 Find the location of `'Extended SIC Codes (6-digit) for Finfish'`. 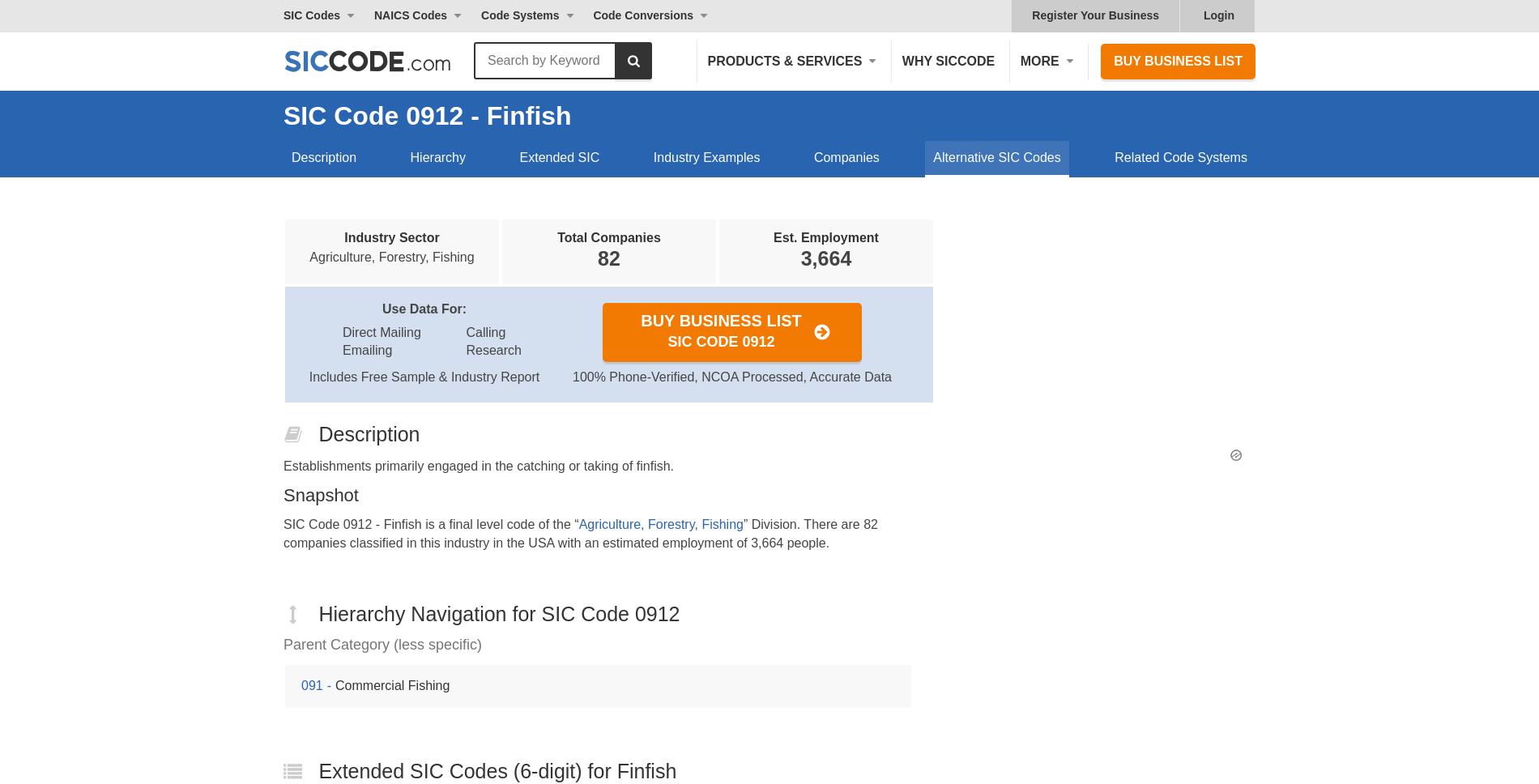

'Extended SIC Codes (6-digit) for Finfish' is located at coordinates (497, 769).